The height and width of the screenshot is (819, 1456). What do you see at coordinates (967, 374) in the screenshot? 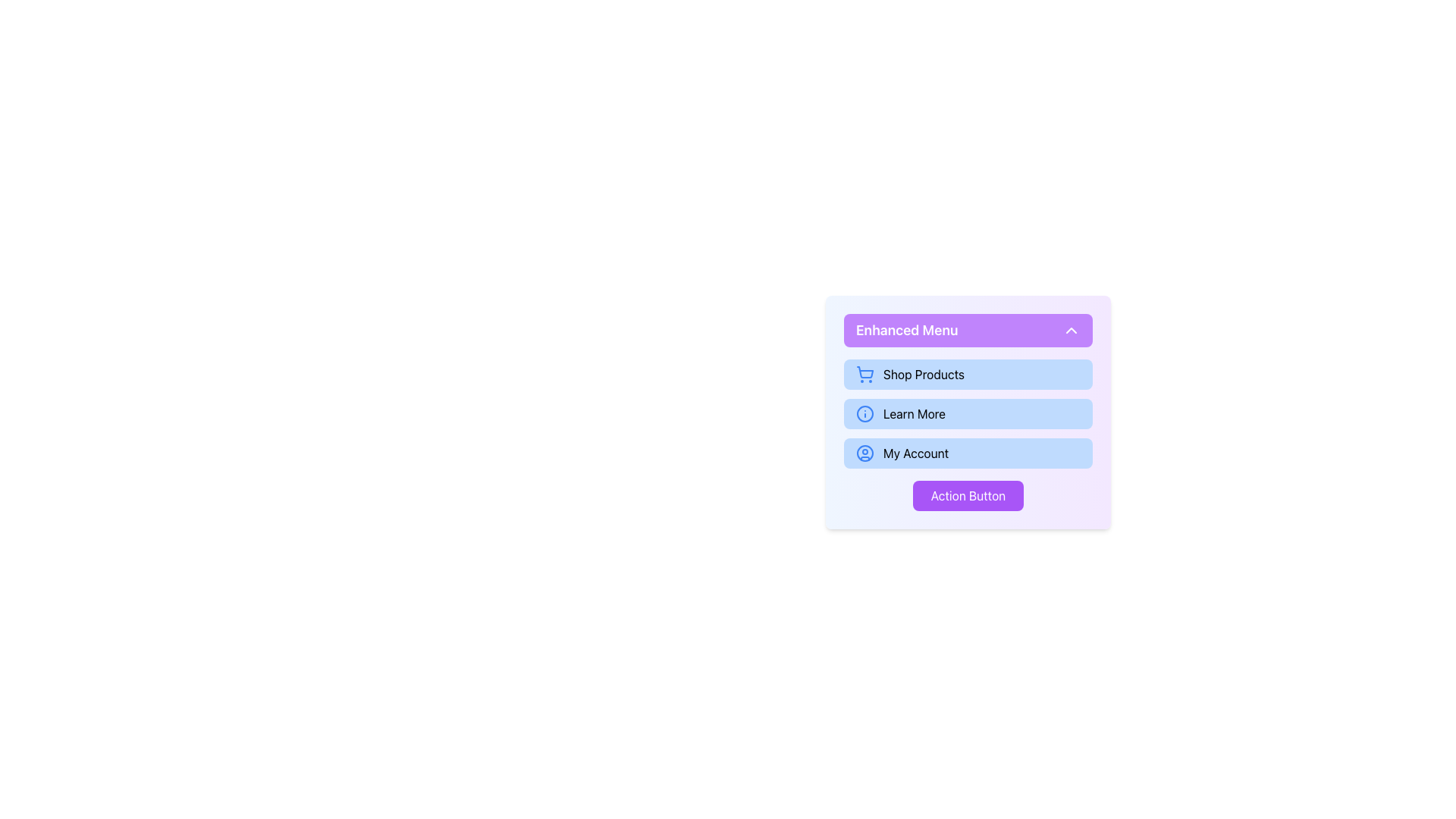
I see `the 'Shop Products' navigation button located in the 'Enhanced Menu' section` at bounding box center [967, 374].